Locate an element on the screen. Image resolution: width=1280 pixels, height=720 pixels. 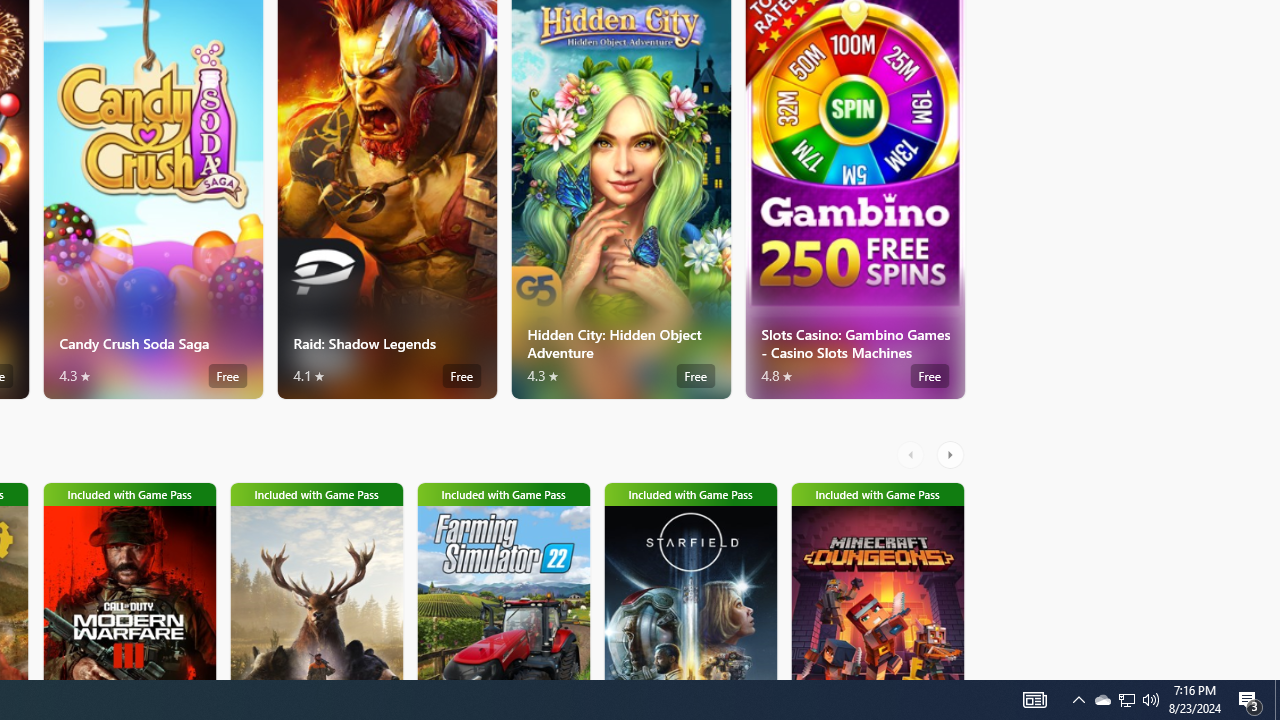
'AutomationID: LeftScrollButton' is located at coordinates (912, 455).